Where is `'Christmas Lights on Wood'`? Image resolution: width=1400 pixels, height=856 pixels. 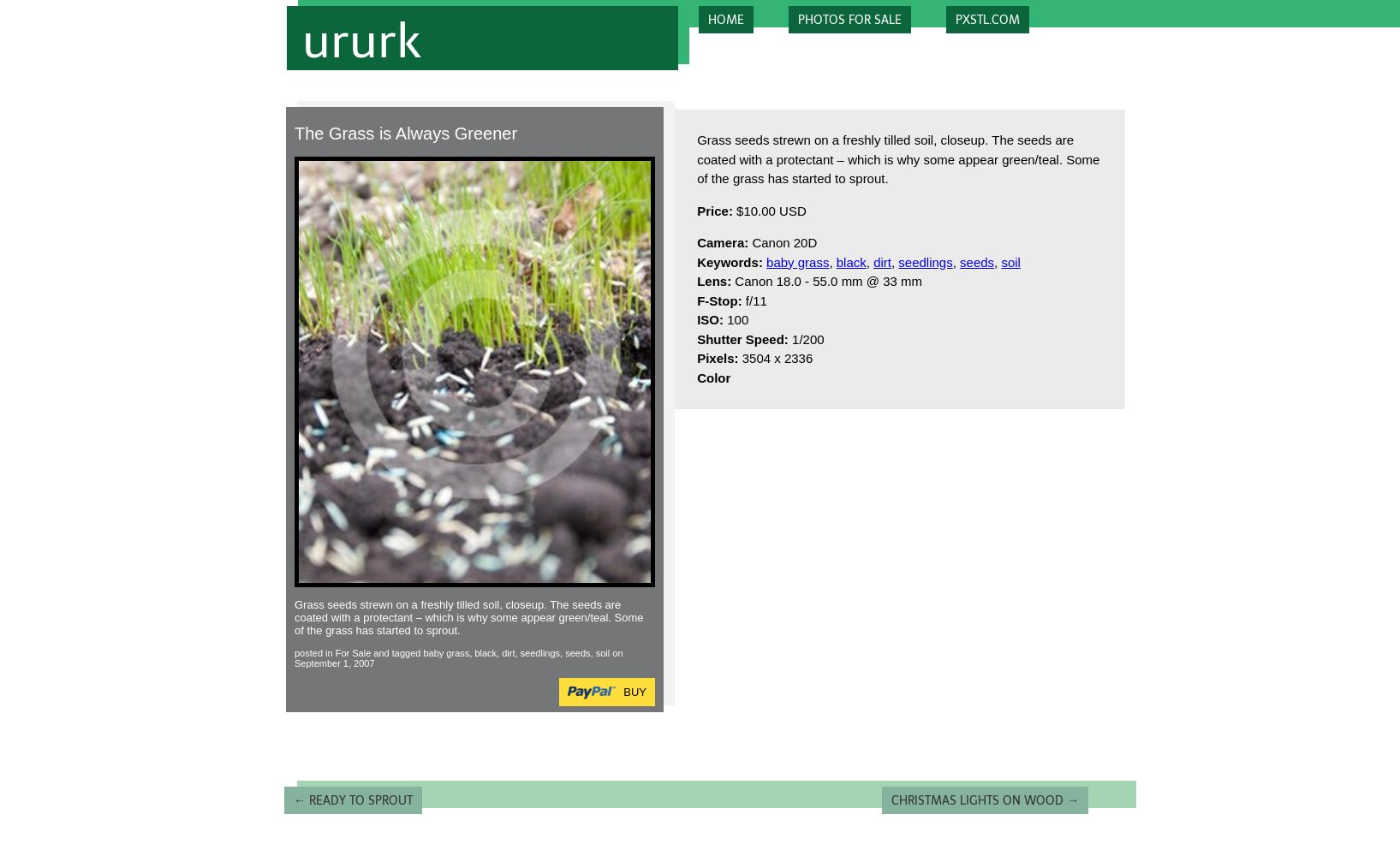
'Christmas Lights on Wood' is located at coordinates (979, 800).